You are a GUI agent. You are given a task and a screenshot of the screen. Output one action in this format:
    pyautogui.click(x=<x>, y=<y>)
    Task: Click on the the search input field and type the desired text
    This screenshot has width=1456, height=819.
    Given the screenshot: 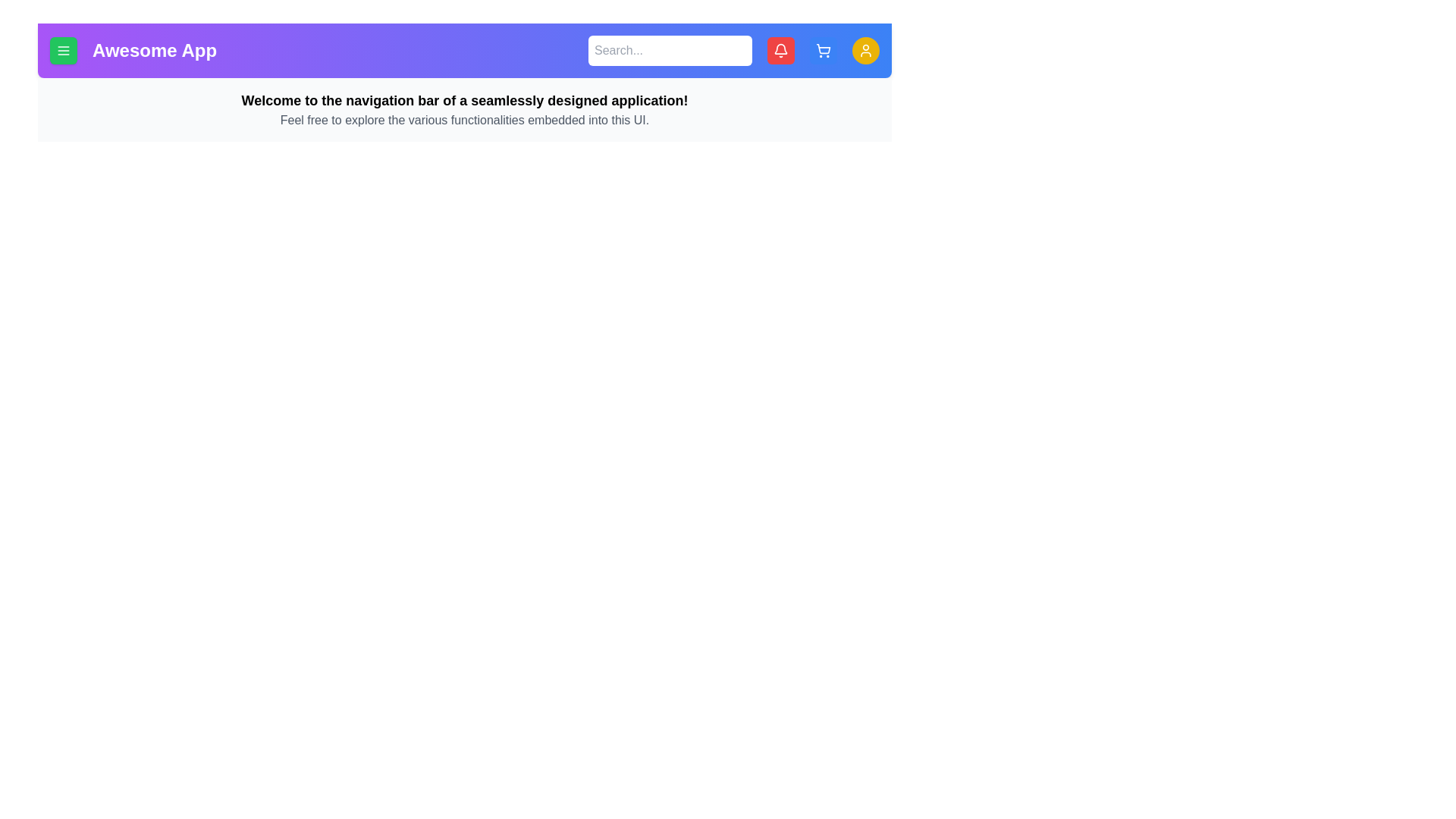 What is the action you would take?
    pyautogui.click(x=669, y=49)
    